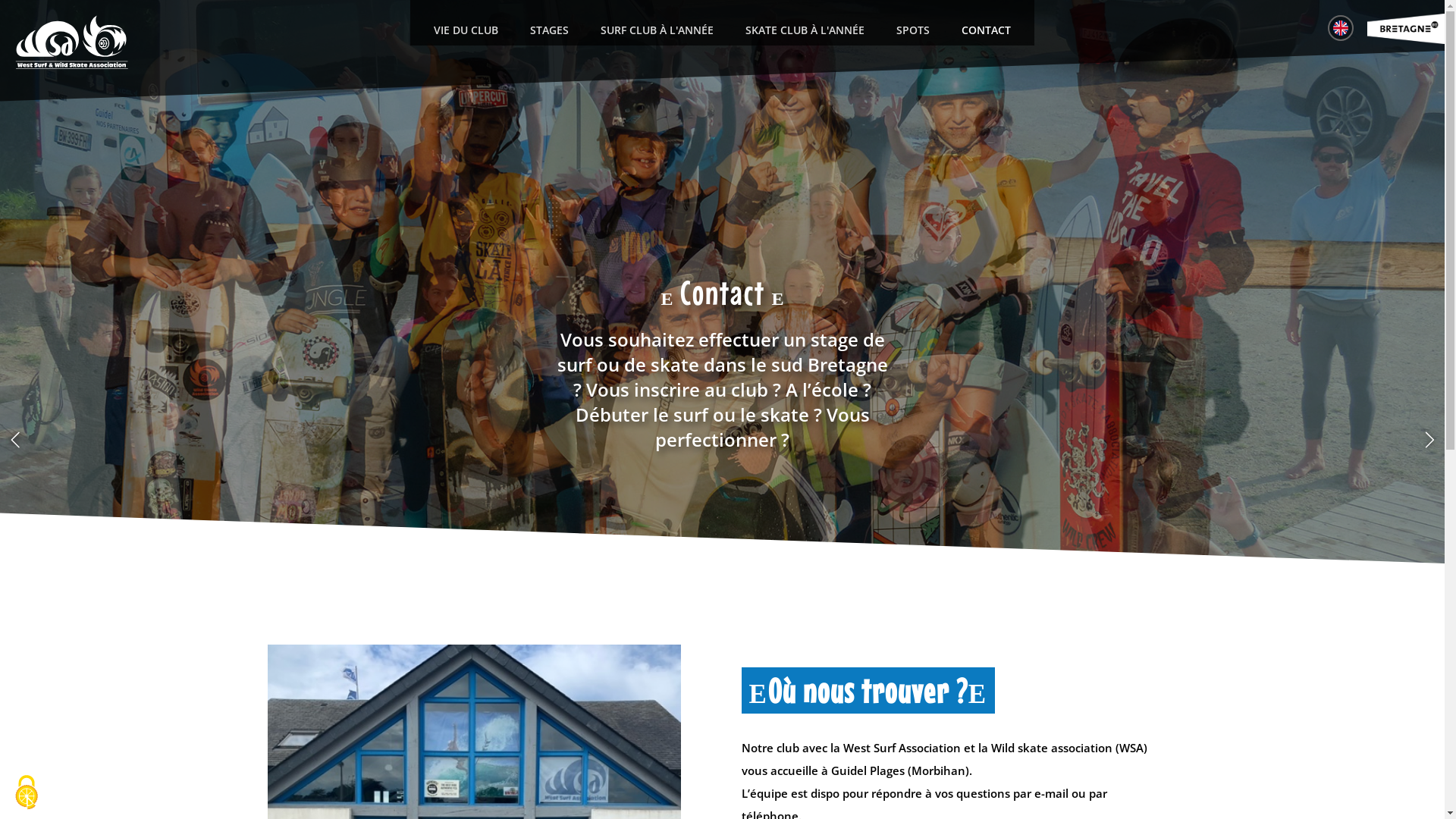 This screenshot has width=1456, height=819. Describe the element at coordinates (14, 439) in the screenshot. I see `'Previous'` at that location.